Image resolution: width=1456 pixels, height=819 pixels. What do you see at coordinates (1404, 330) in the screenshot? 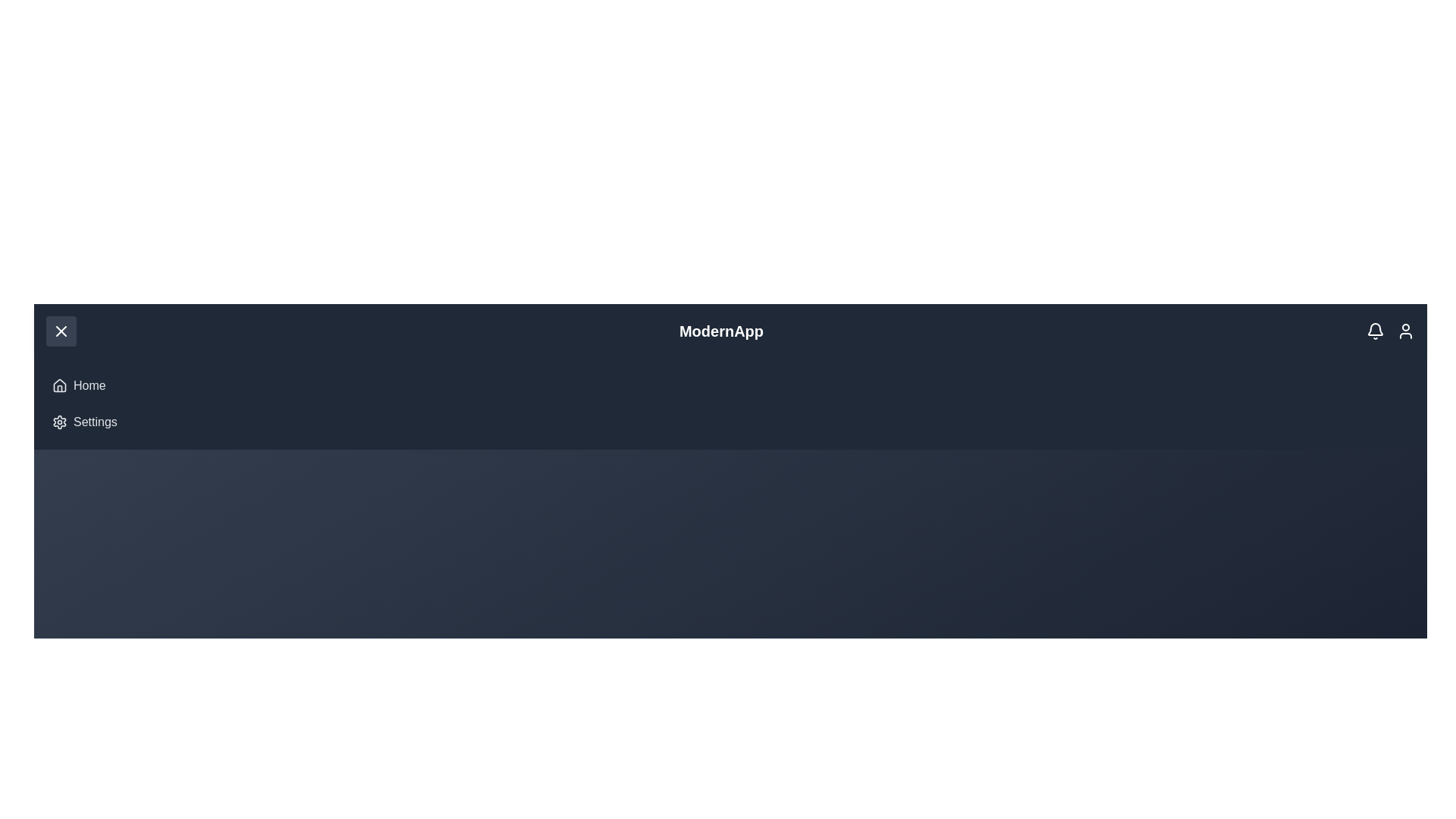
I see `the user icon to open user settings` at bounding box center [1404, 330].